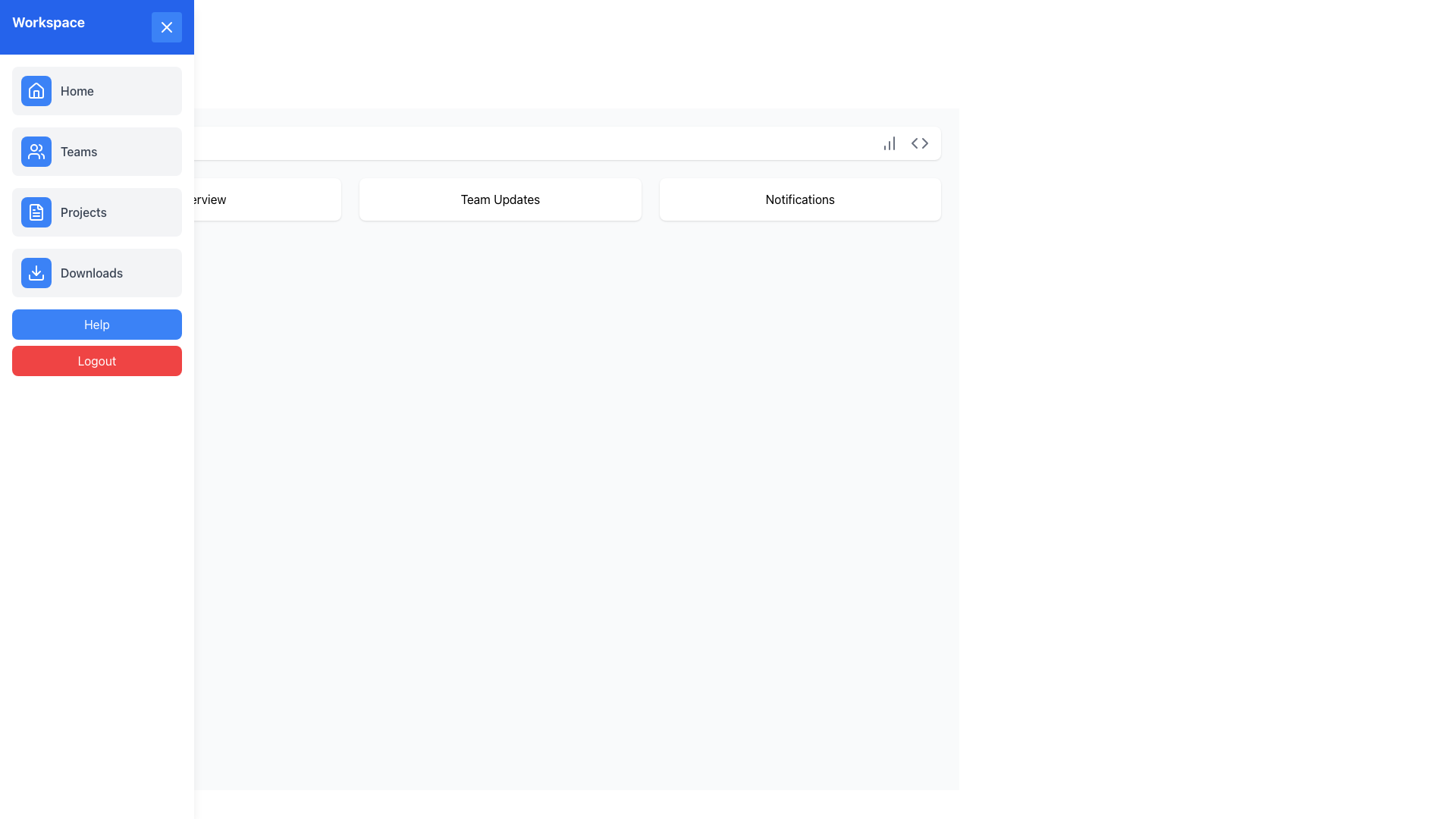 The height and width of the screenshot is (819, 1456). Describe the element at coordinates (76, 90) in the screenshot. I see `the 'Home' text label in the first menu item of the vertical navigation bar located on the left side, which is displayed in a medium-sized gray font and has a light gray background` at that location.